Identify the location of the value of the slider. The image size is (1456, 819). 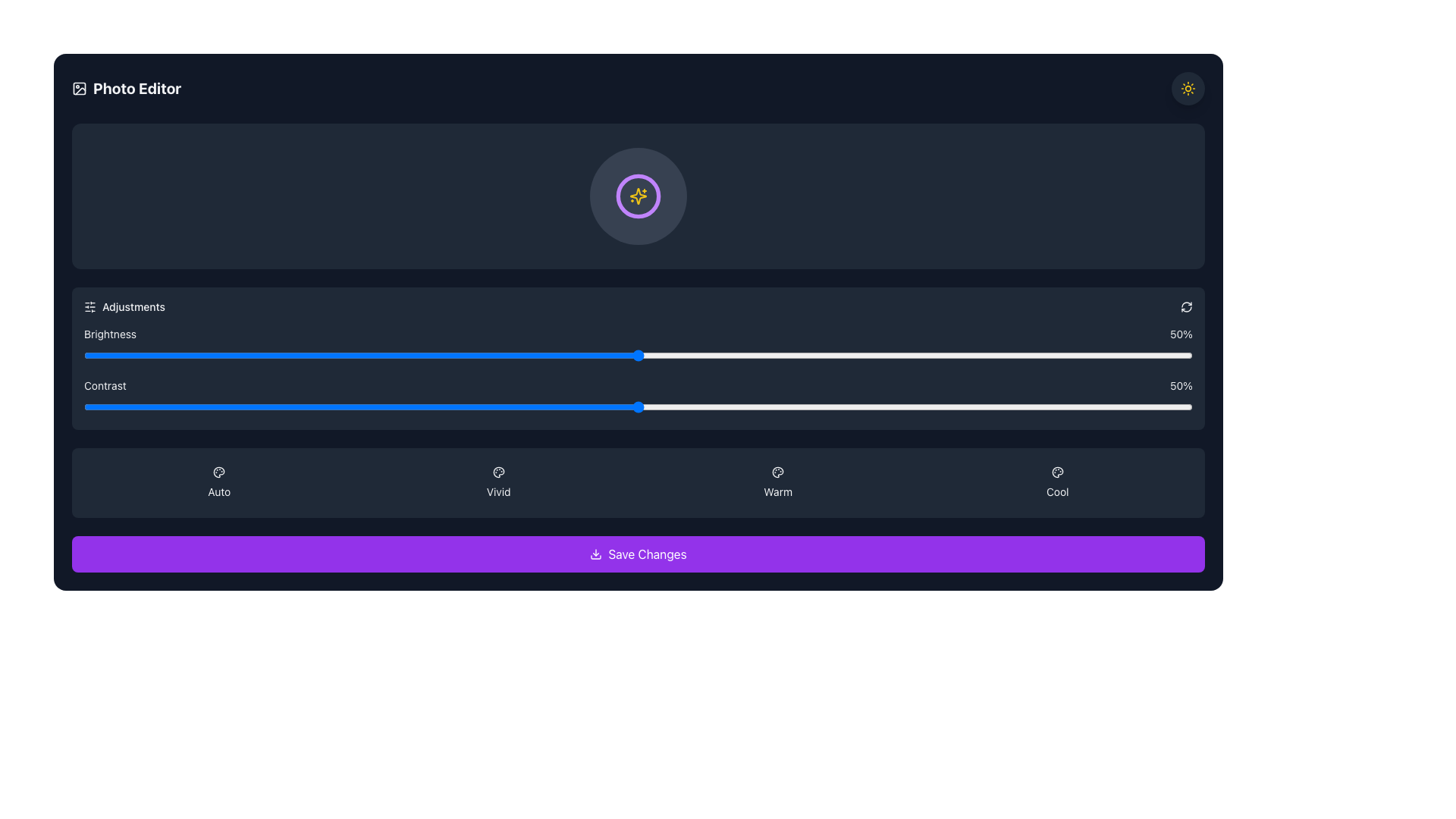
(971, 406).